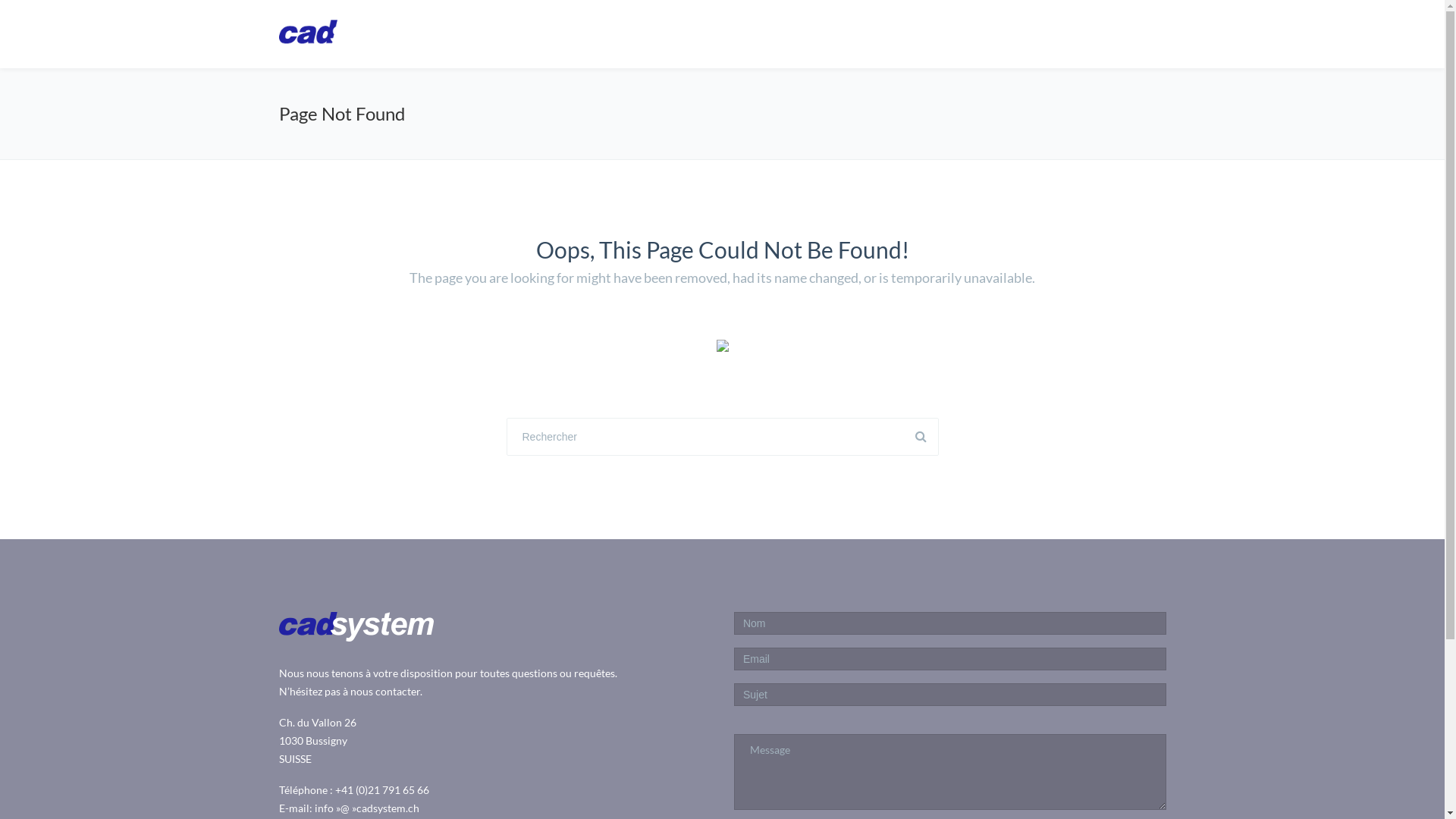 This screenshot has width=1456, height=819. Describe the element at coordinates (1082, 33) in the screenshot. I see `'Downloads'` at that location.